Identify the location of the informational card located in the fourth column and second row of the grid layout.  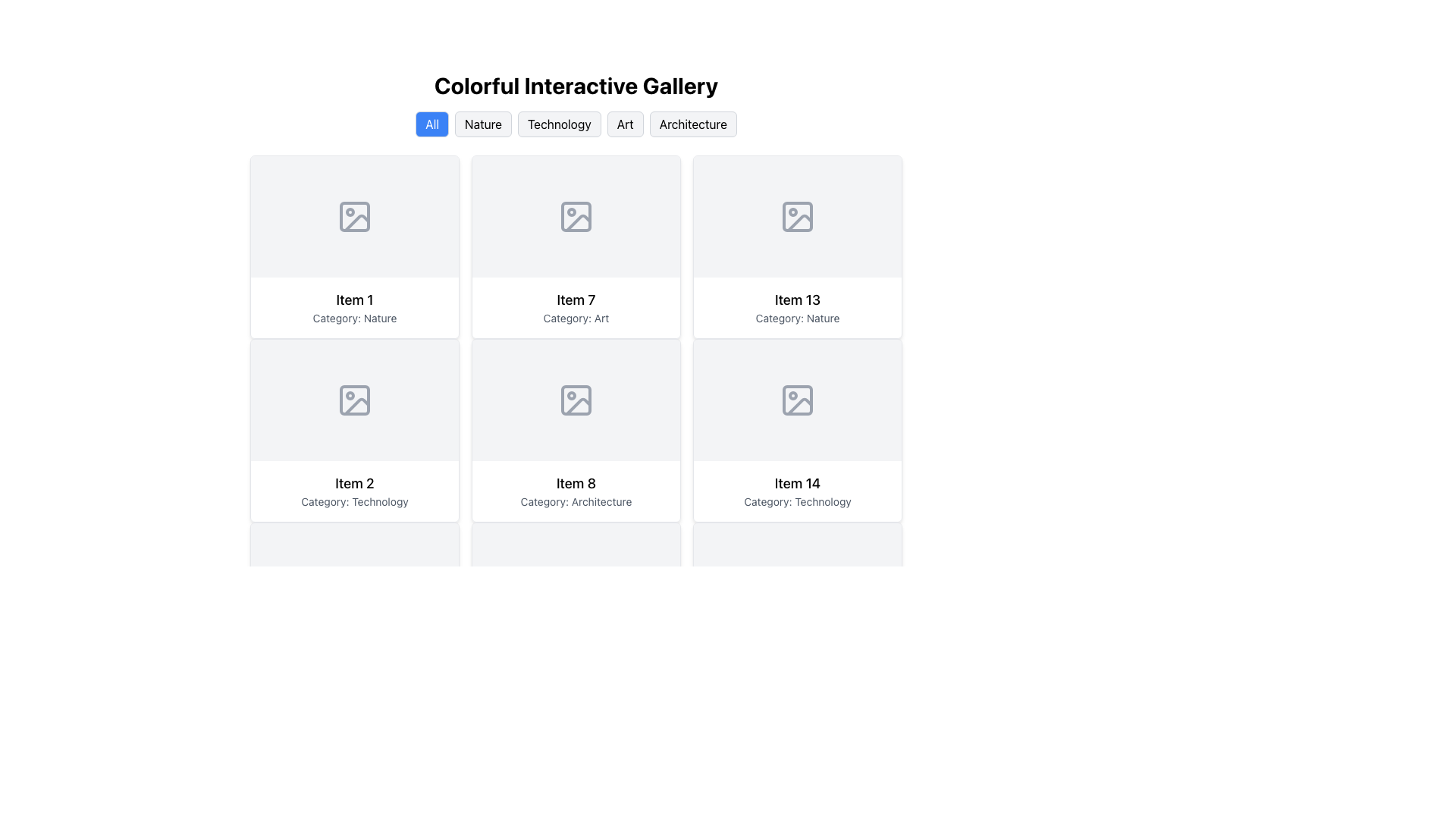
(796, 430).